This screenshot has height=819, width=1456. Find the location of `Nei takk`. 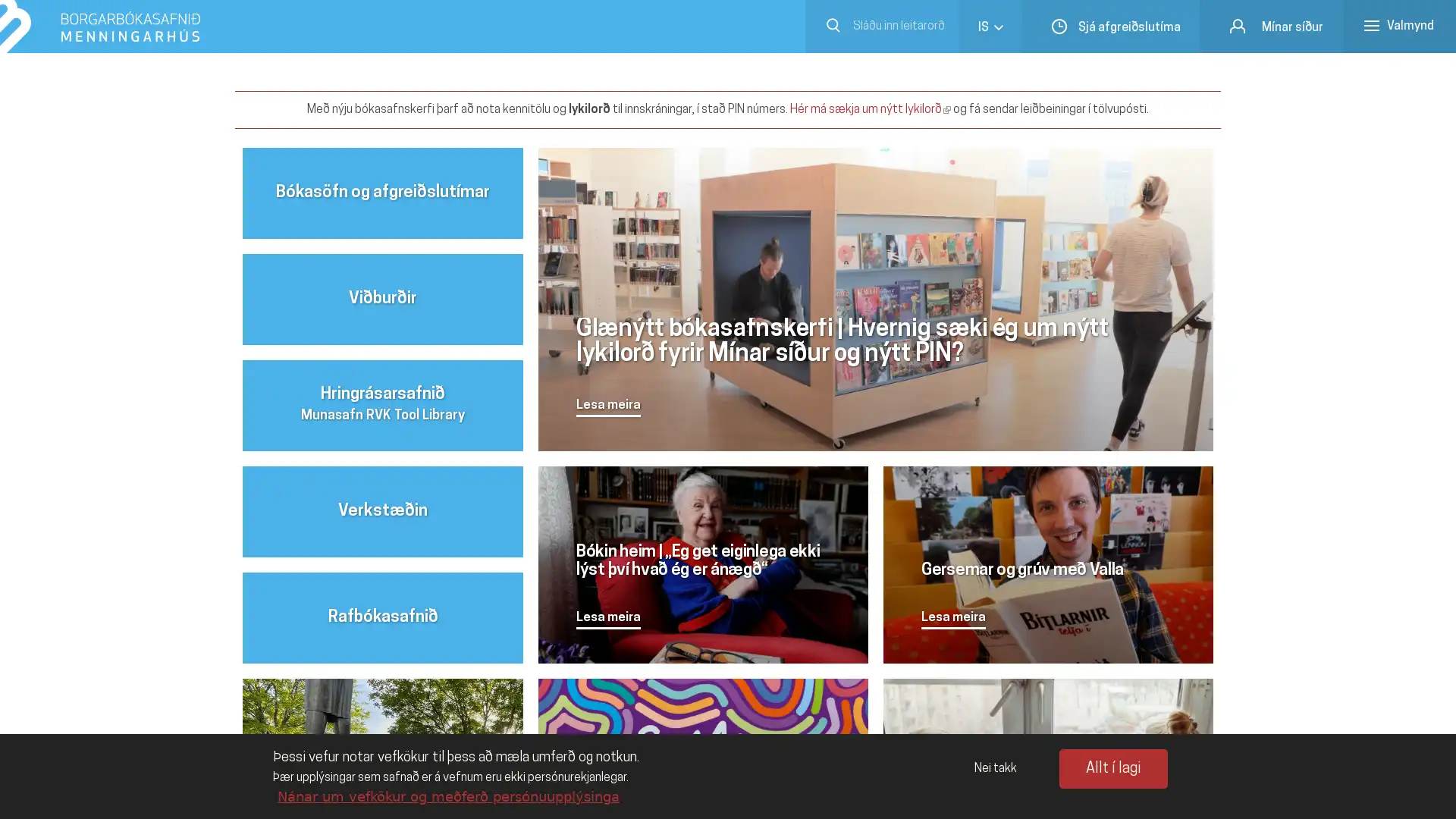

Nei takk is located at coordinates (996, 769).